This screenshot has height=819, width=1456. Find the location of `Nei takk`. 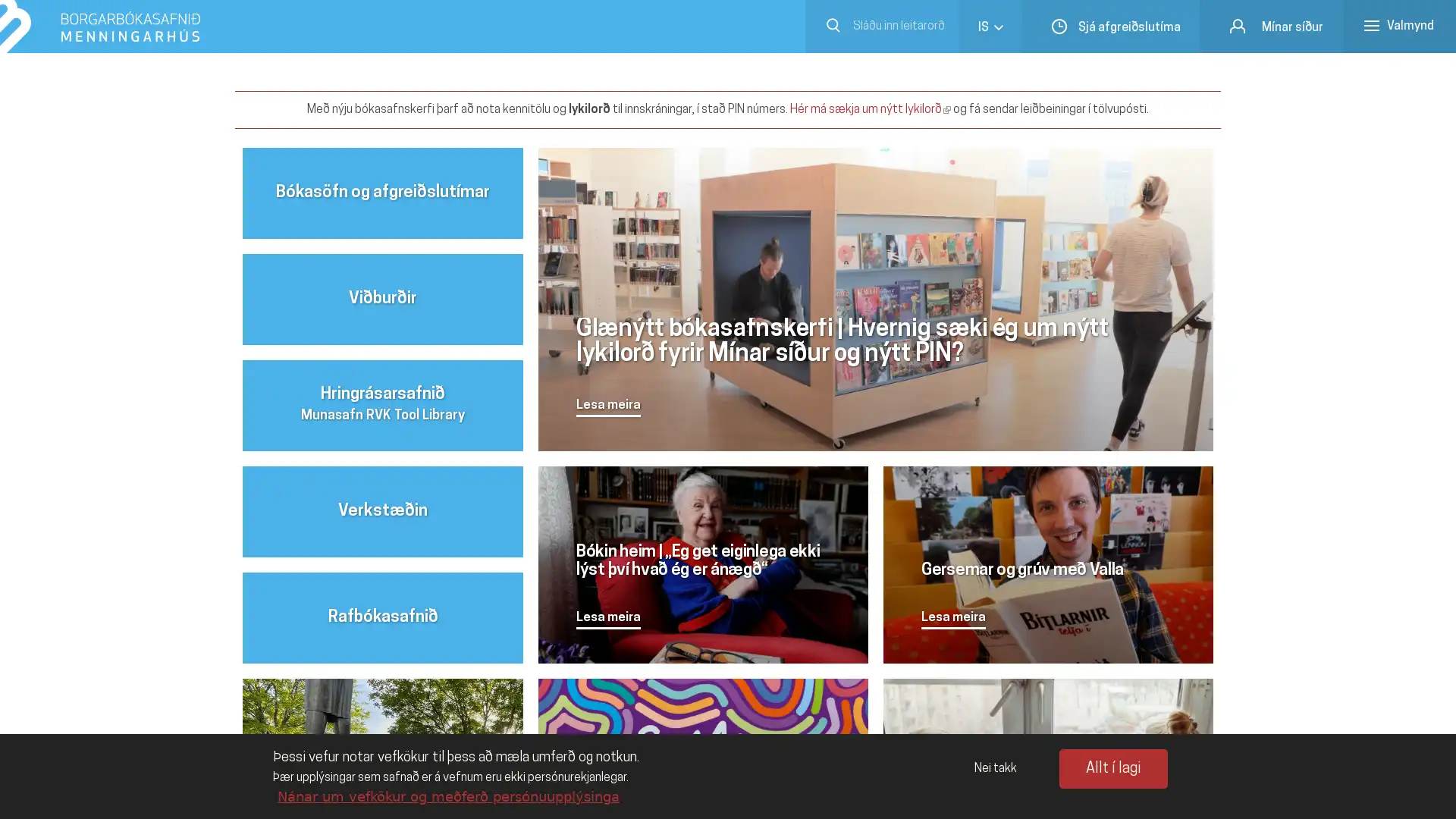

Nei takk is located at coordinates (996, 769).